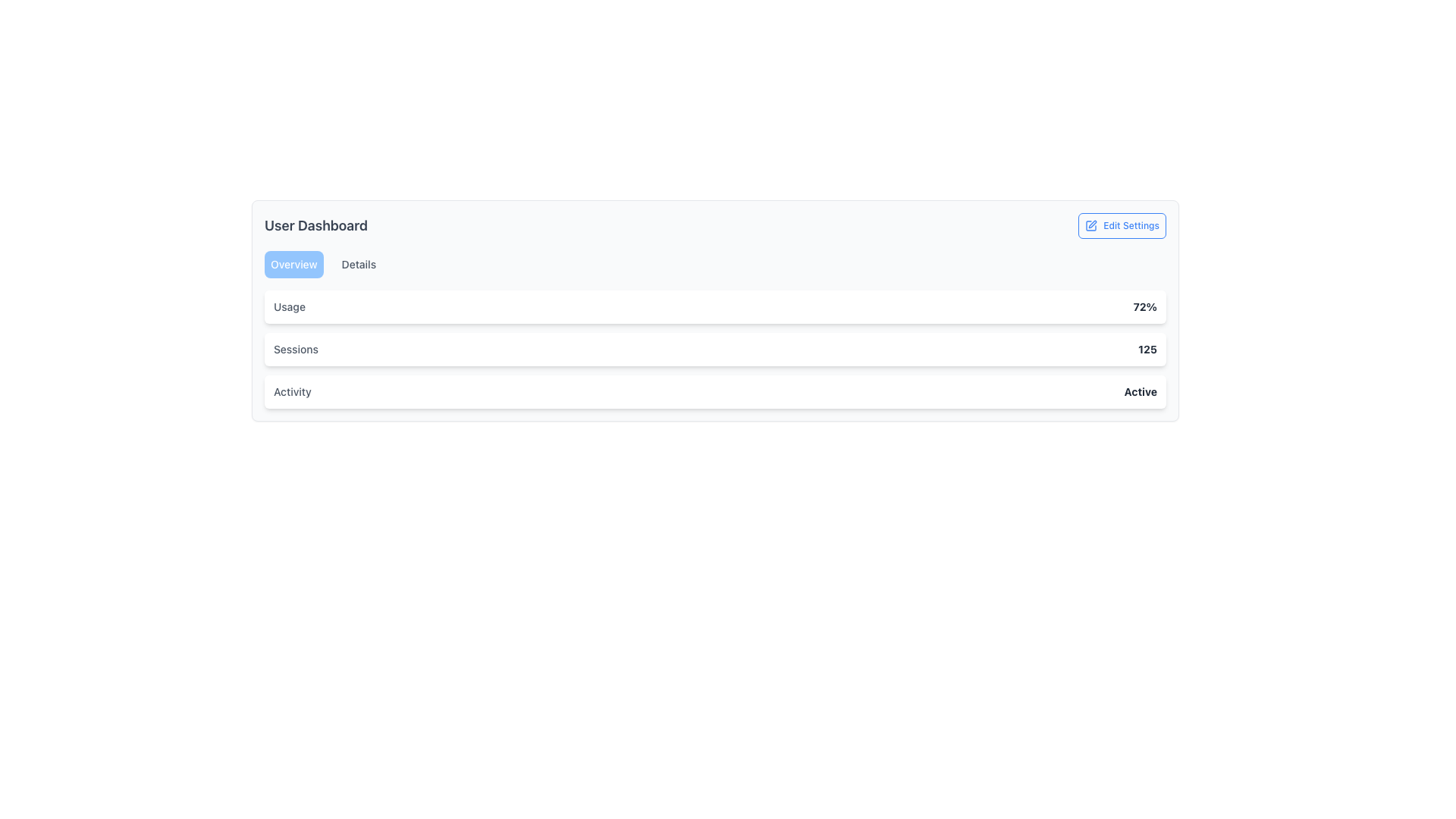 The image size is (1456, 819). Describe the element at coordinates (1141, 391) in the screenshot. I see `the 'Active' text label, which is bold and dark gray, located on the right side of the 'Activity' row` at that location.